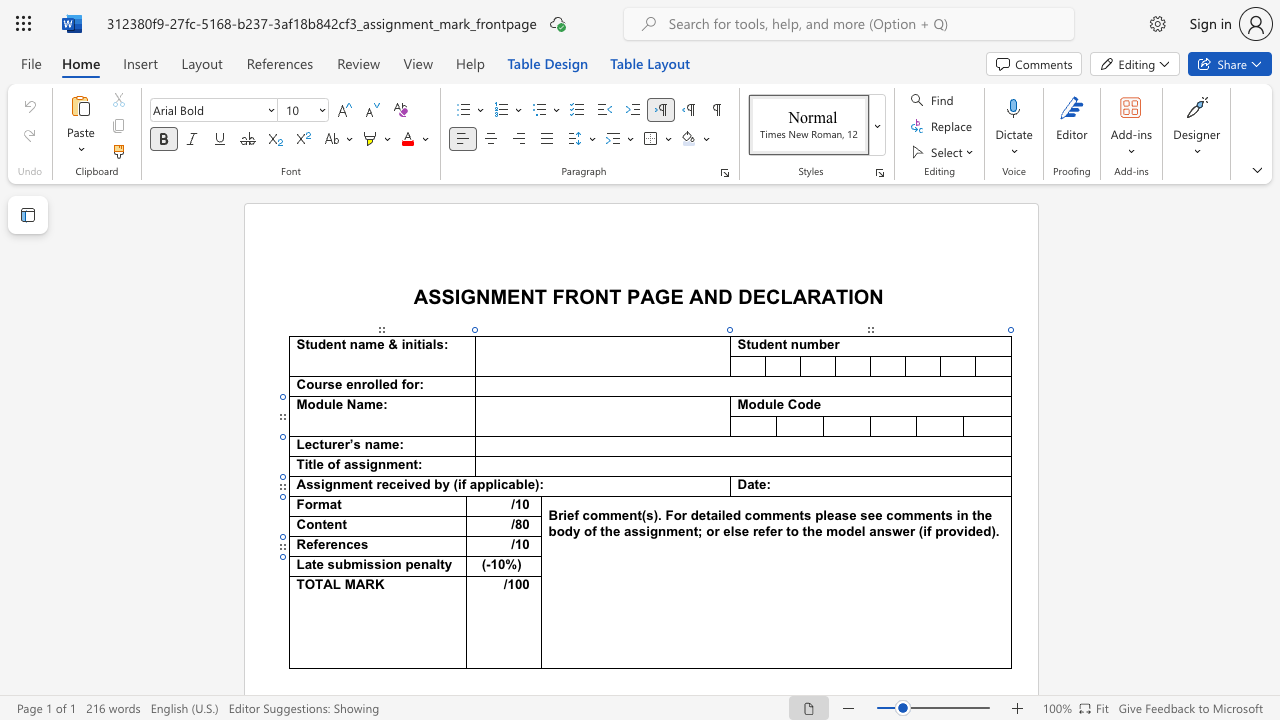 The image size is (1280, 720). I want to click on the 1th character "R" in the text, so click(370, 585).